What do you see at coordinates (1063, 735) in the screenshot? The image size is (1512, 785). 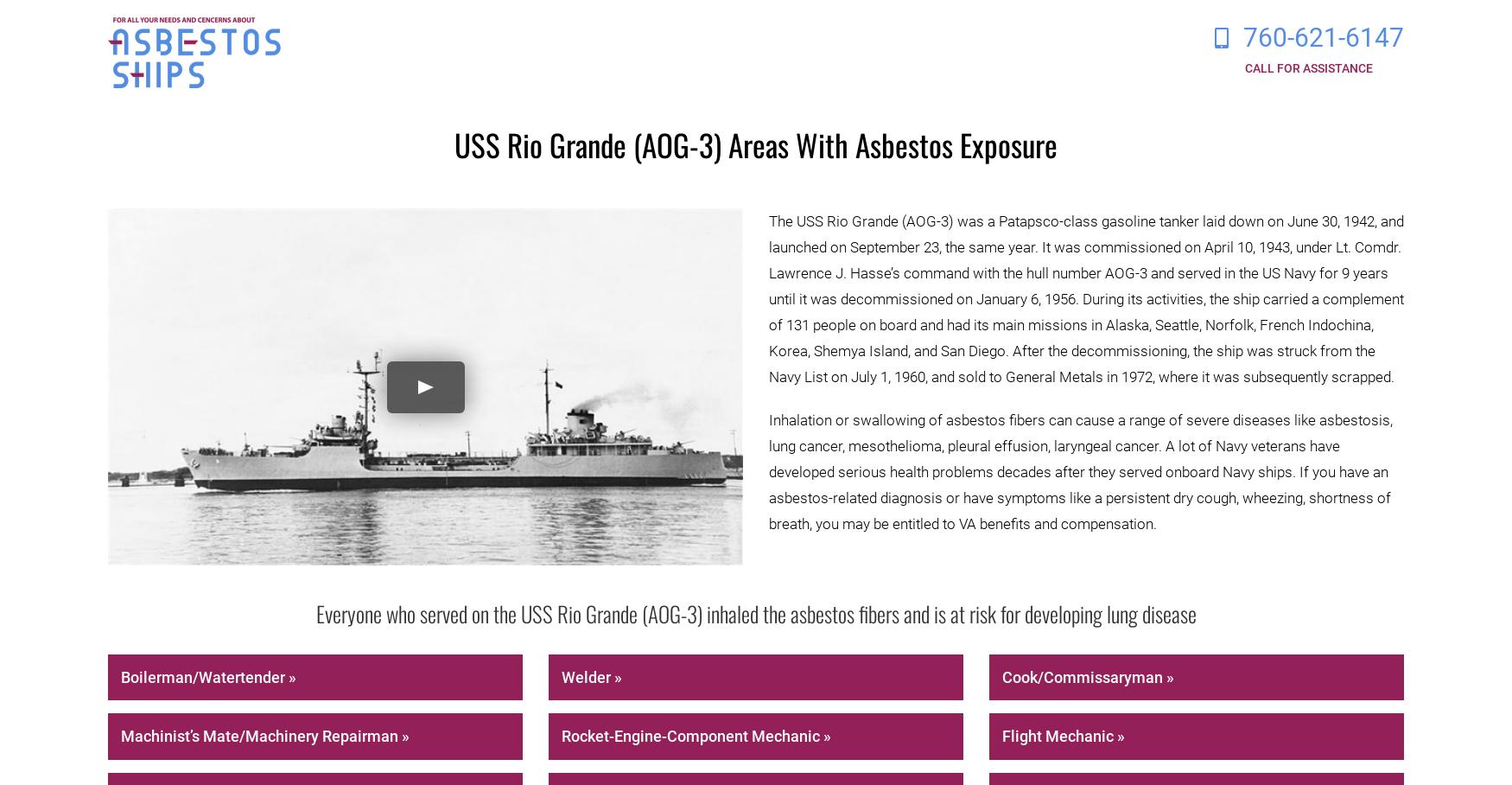 I see `'Flight Mechanic »'` at bounding box center [1063, 735].